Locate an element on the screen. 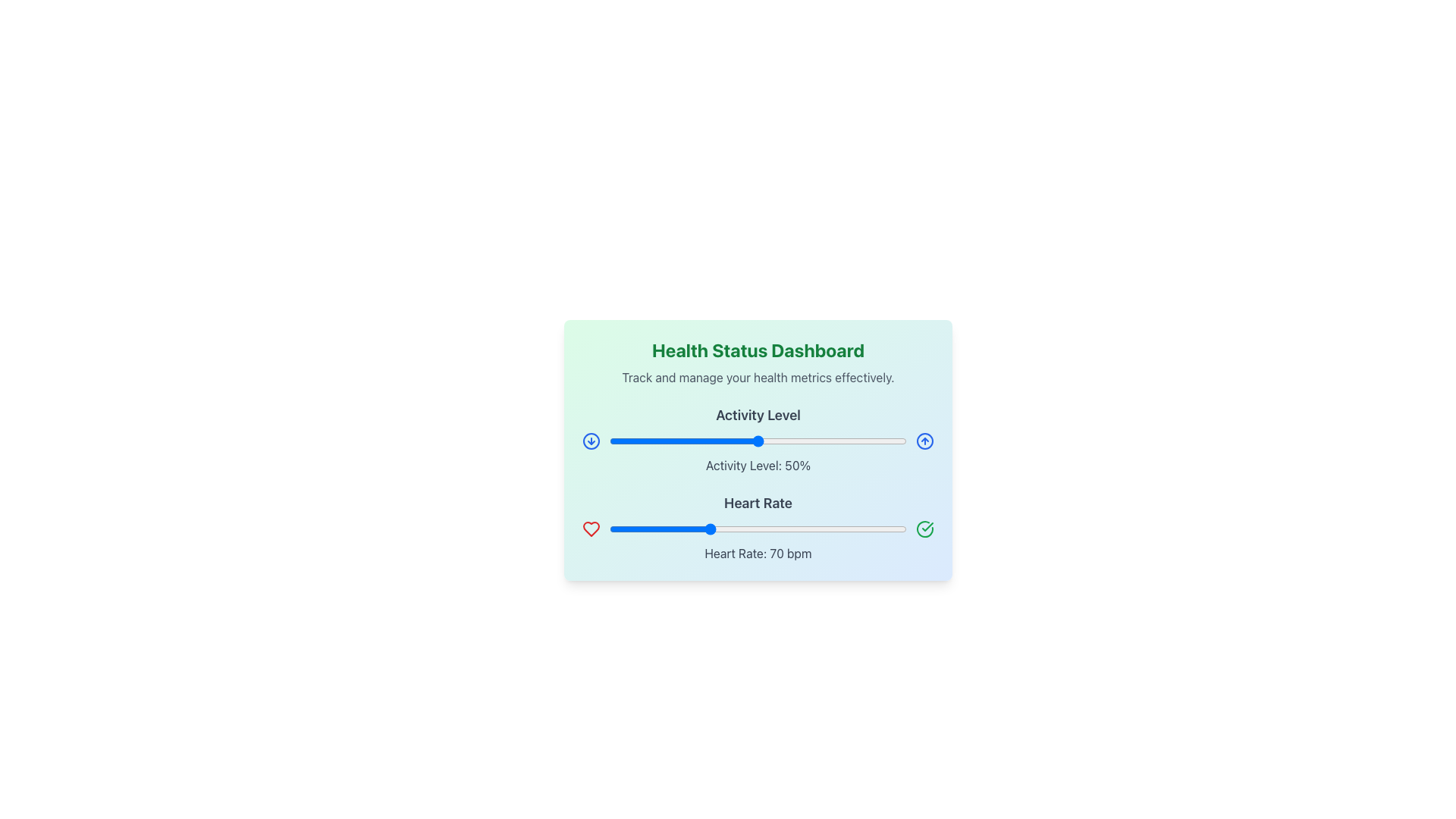 The height and width of the screenshot is (819, 1456). the Status Panel, which features a gradient background from green to blue and includes the title 'Health Status Dashboard' in bold green, along with sections for 'Activity Level' and 'Heart Rate' is located at coordinates (758, 450).